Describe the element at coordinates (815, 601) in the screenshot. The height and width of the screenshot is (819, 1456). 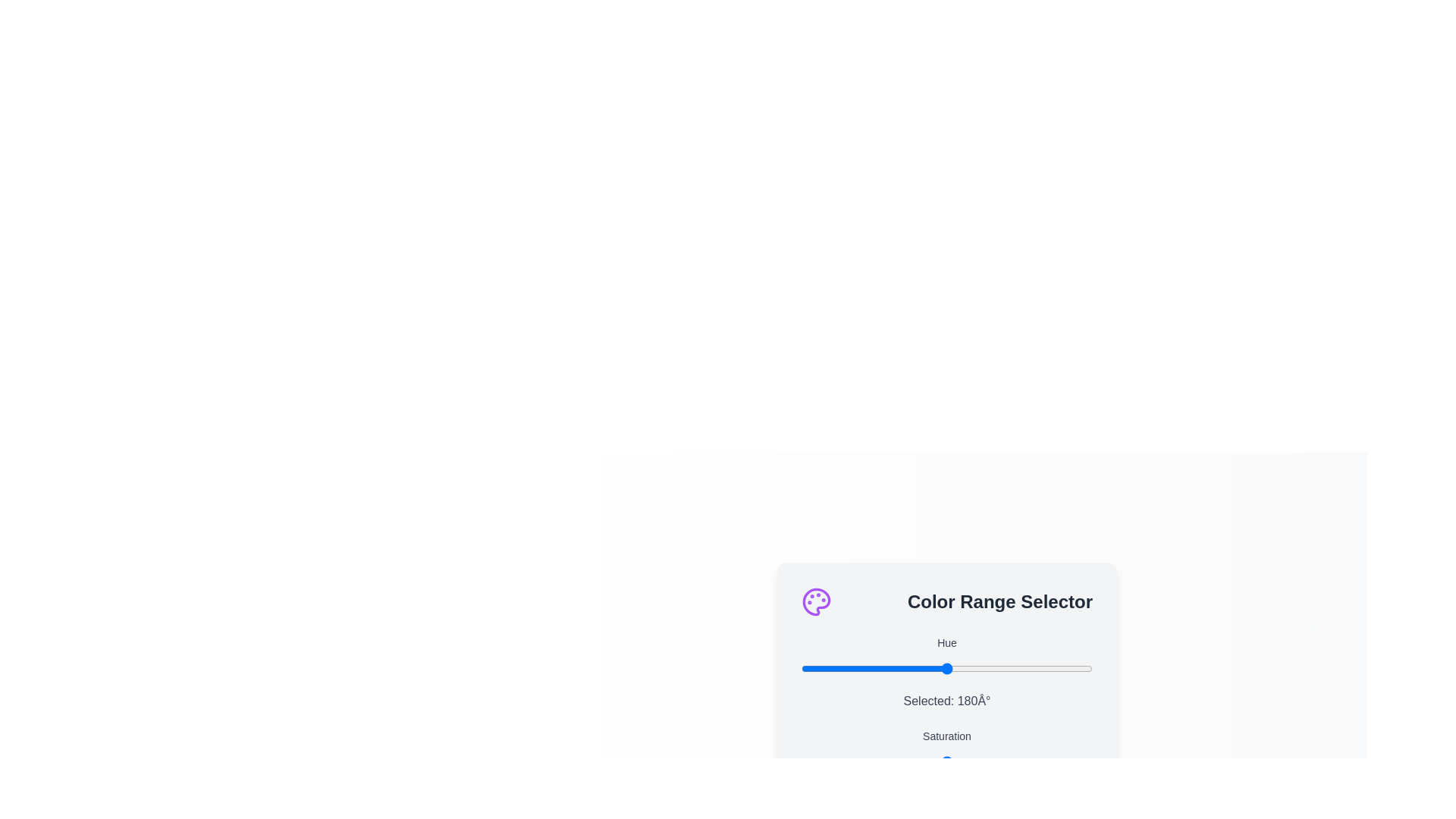
I see `the purple painter's palette icon located at the top-left corner of the 'Color Range Selector' section, which features circular paint spots and a handle area` at that location.